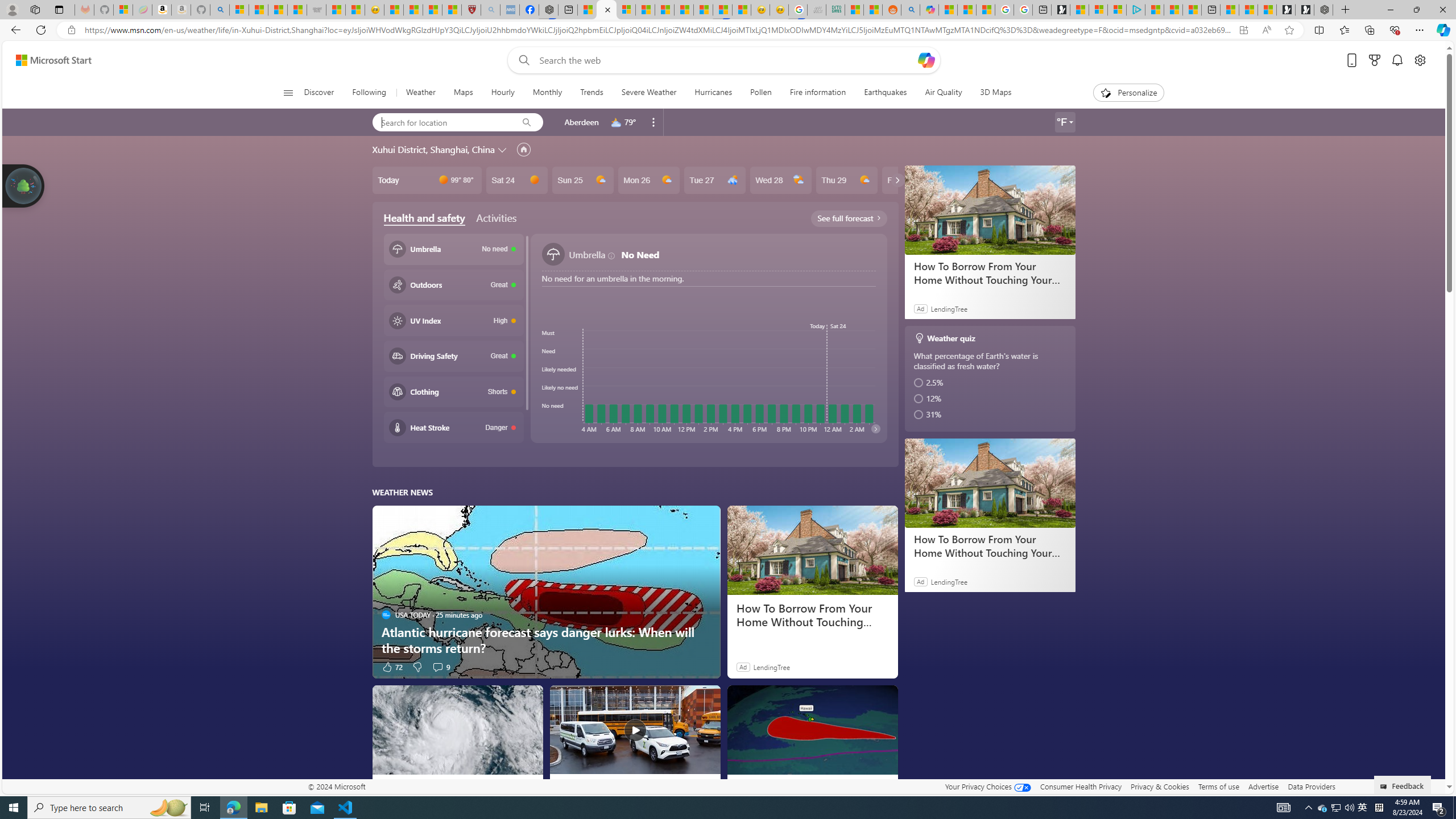 Image resolution: width=1456 pixels, height=819 pixels. What do you see at coordinates (995, 92) in the screenshot?
I see `'3D Maps'` at bounding box center [995, 92].